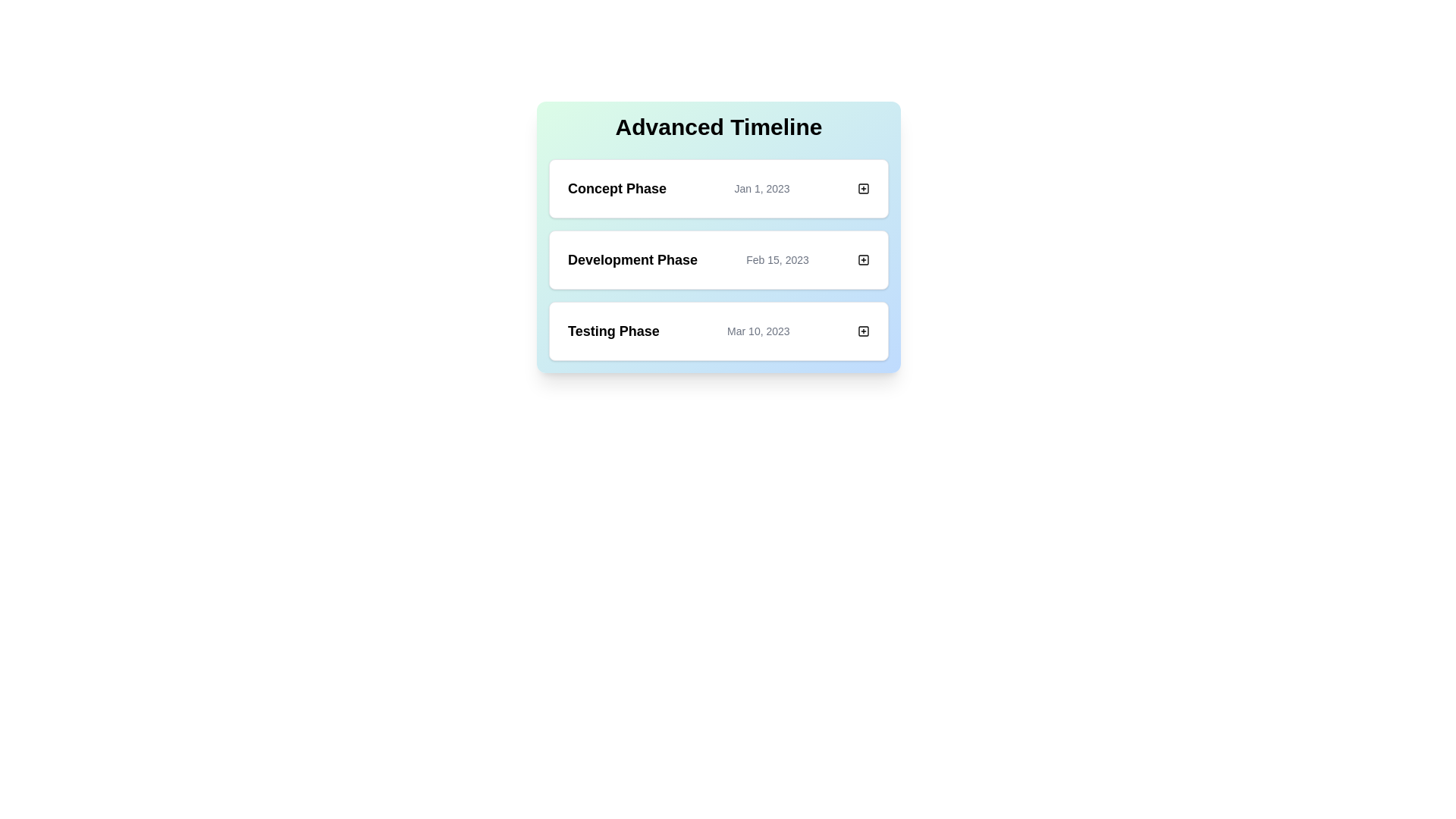 Image resolution: width=1456 pixels, height=819 pixels. I want to click on the text label displaying the date 'Jan 1, 2023', which is part of the first timeline entry row, positioned between 'Concept Phase' and a plus icon, so click(761, 188).